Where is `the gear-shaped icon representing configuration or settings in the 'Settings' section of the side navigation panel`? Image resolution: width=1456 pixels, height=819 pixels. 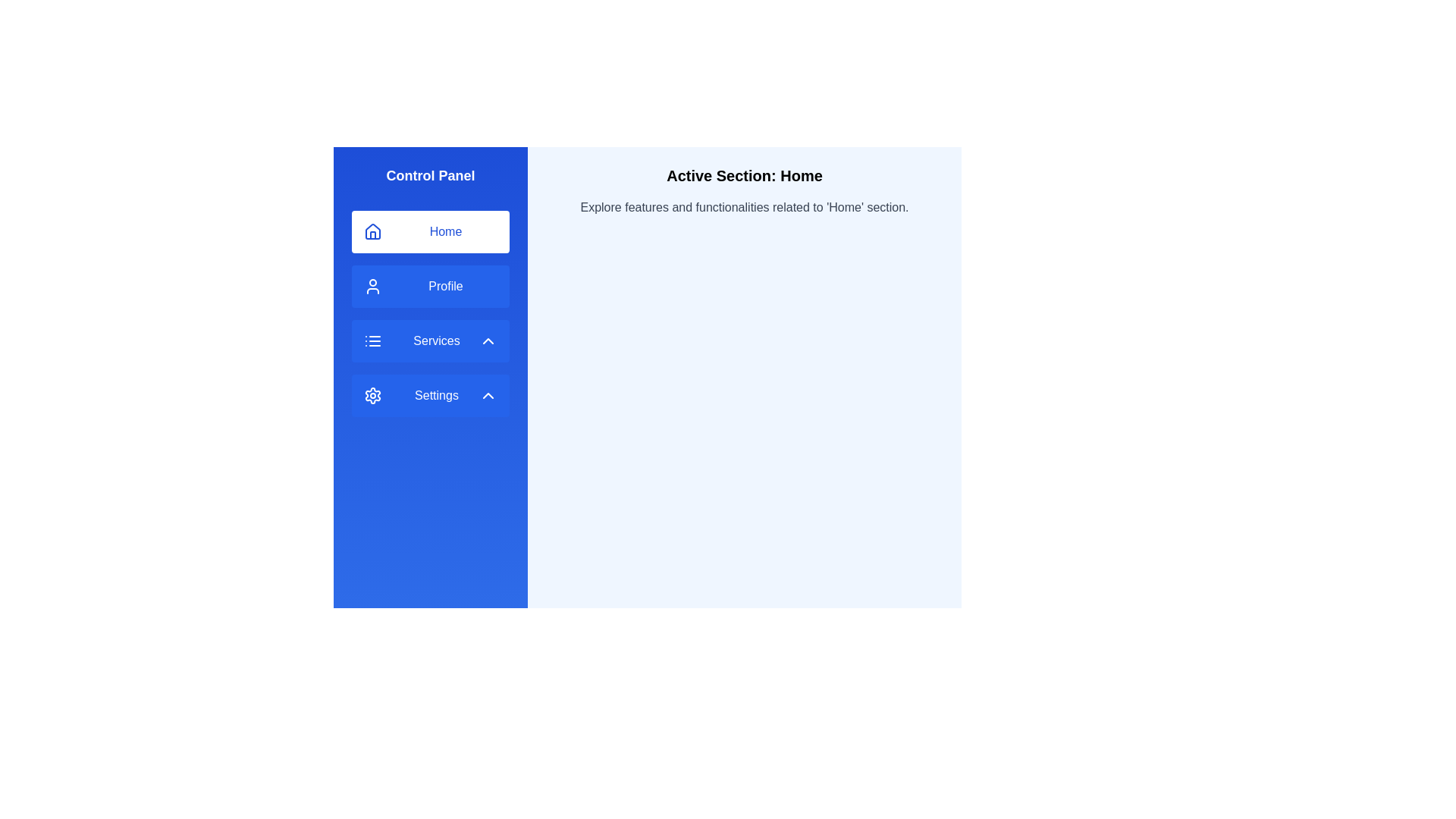 the gear-shaped icon representing configuration or settings in the 'Settings' section of the side navigation panel is located at coordinates (372, 394).